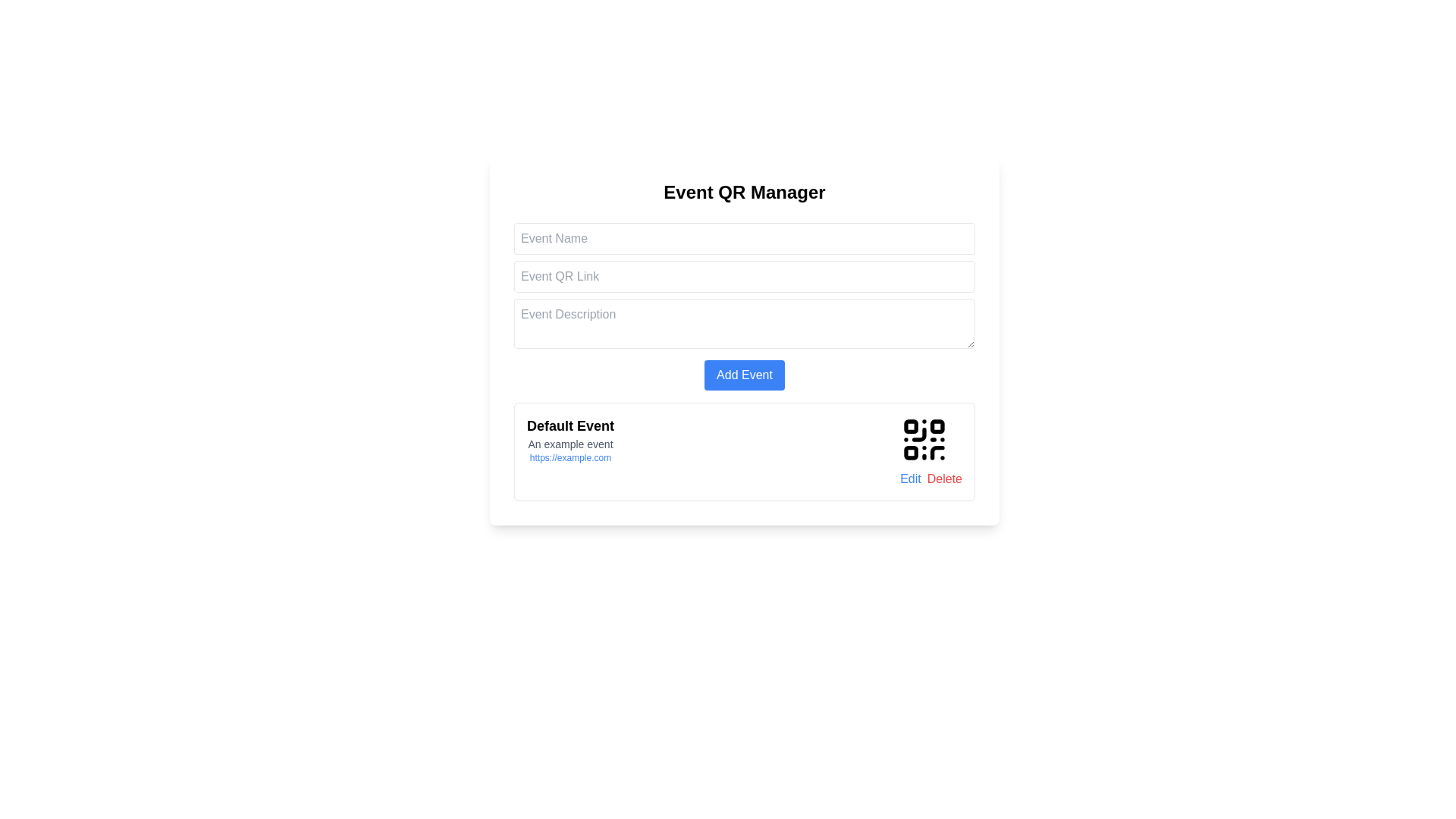 This screenshot has height=819, width=1456. What do you see at coordinates (910, 452) in the screenshot?
I see `the small black square with rounded corners located in the lower-left corner of the QR code design` at bounding box center [910, 452].